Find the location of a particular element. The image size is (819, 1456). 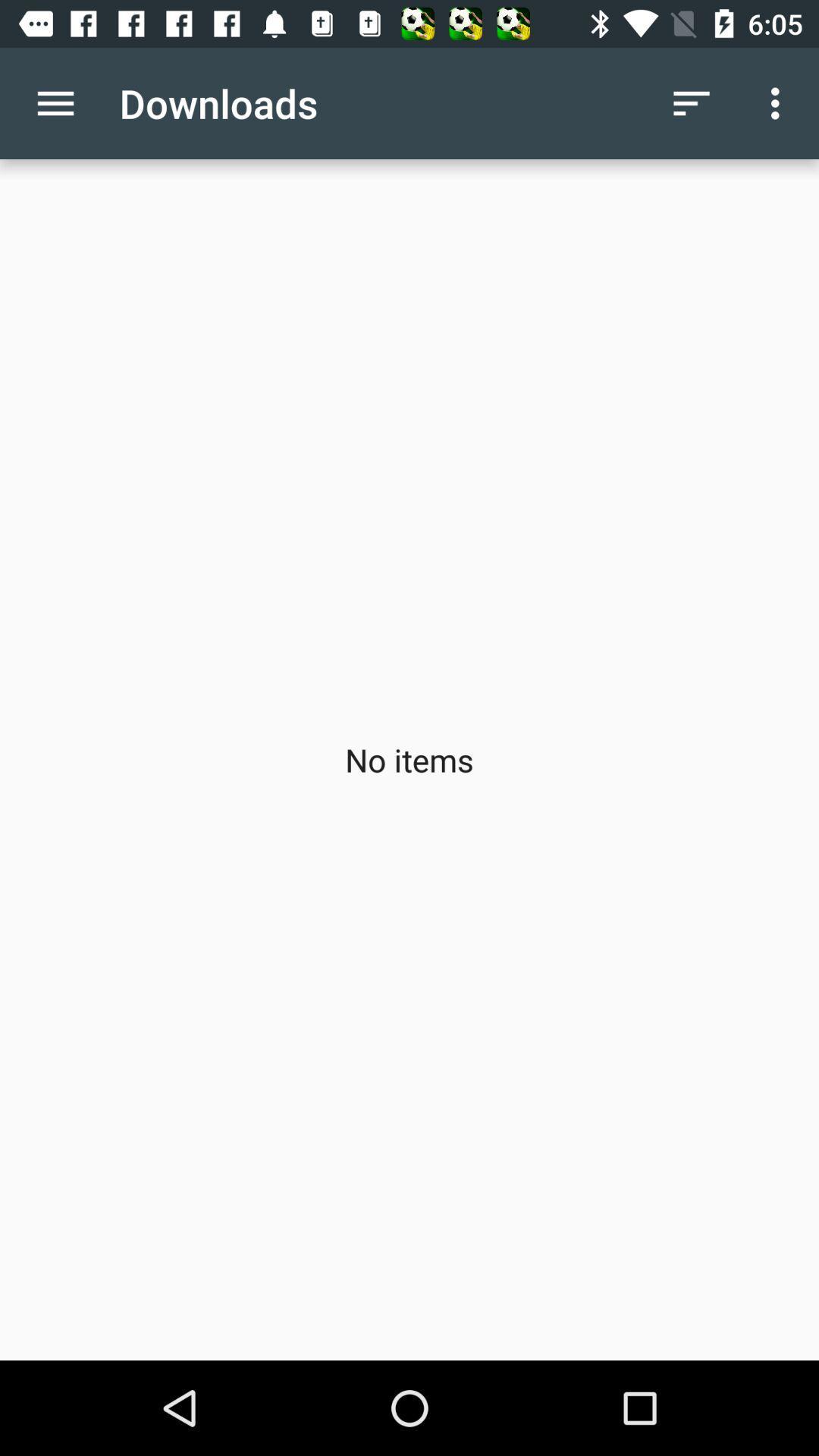

app next to the downloads item is located at coordinates (55, 102).